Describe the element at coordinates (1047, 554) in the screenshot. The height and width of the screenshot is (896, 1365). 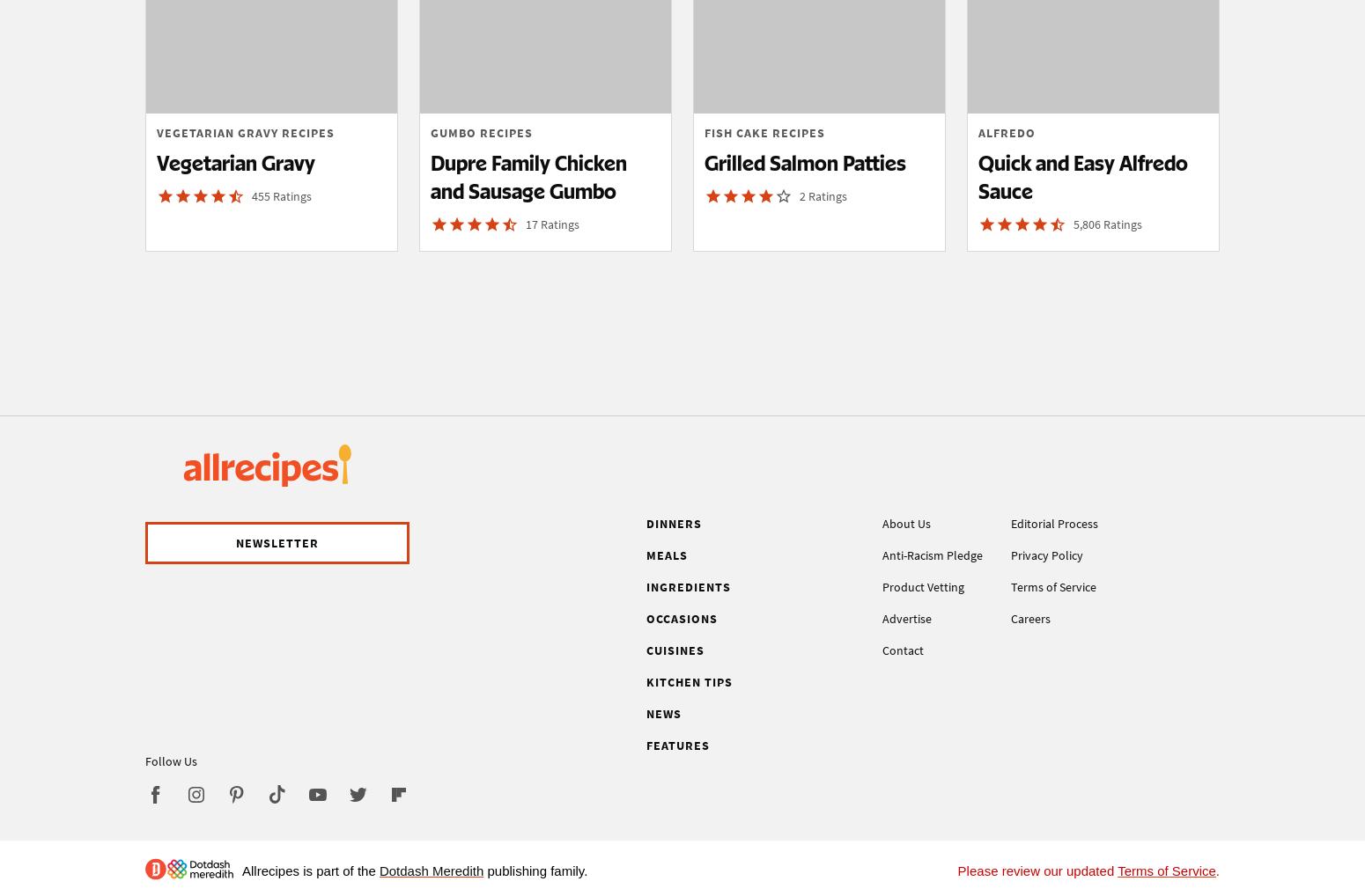
I see `'Privacy Policy'` at that location.